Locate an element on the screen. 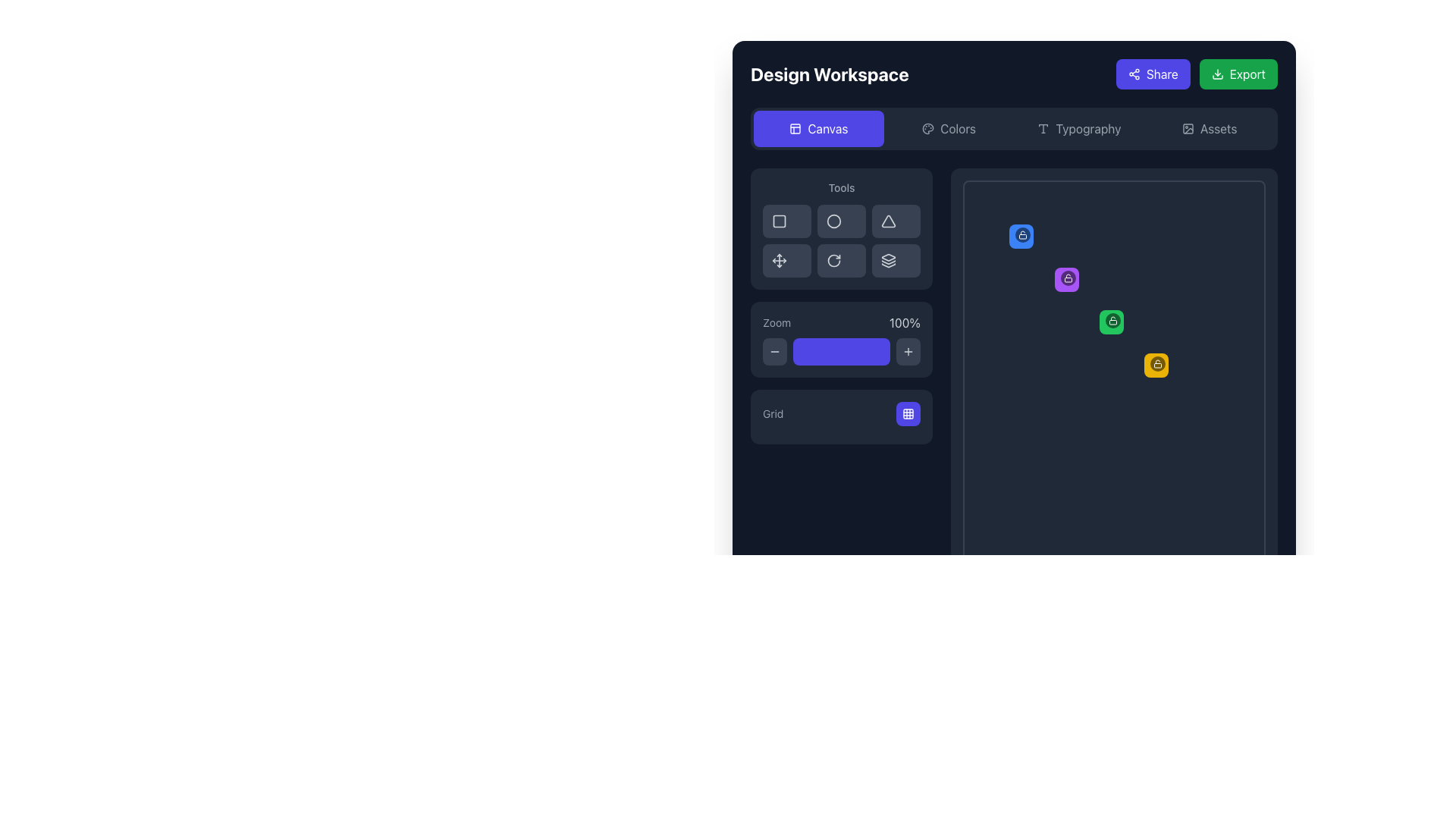 This screenshot has width=1456, height=819. the decorative icon located to the left of the 'Colors' text label in the navigation bar is located at coordinates (927, 127).